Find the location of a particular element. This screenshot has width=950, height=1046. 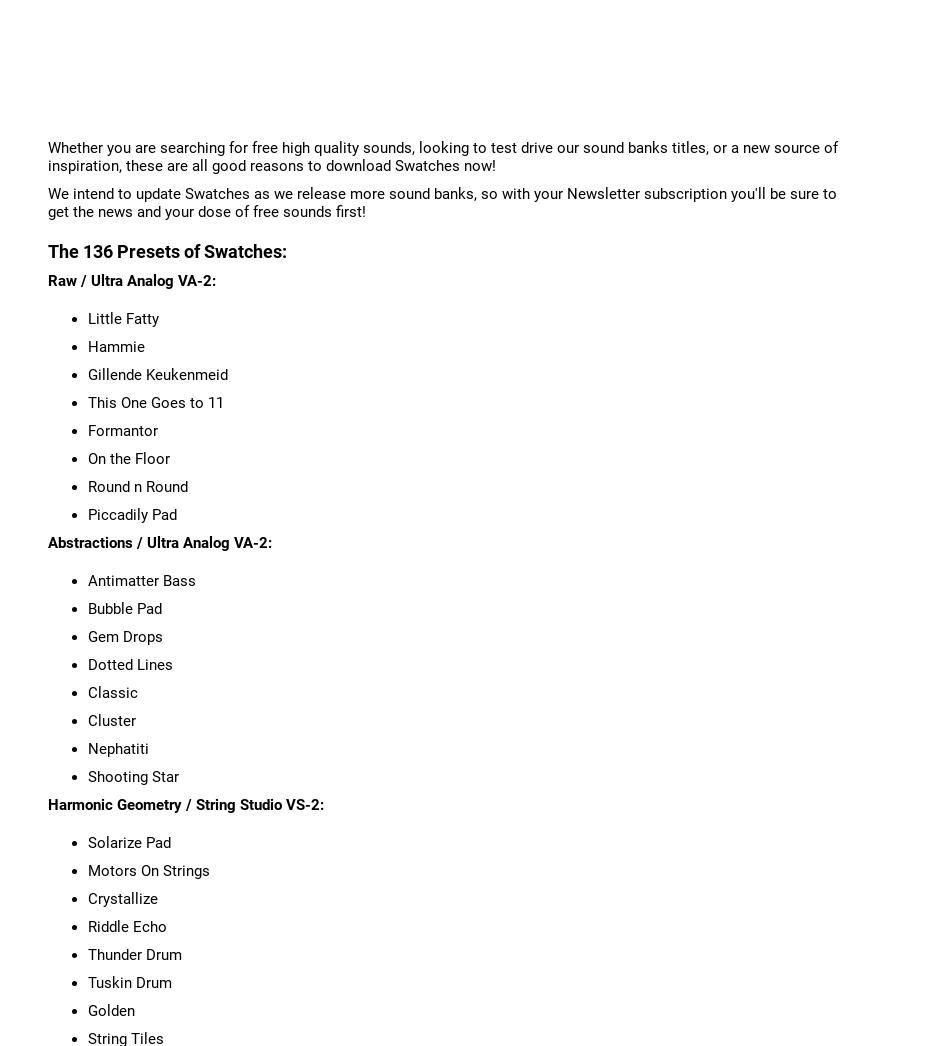

'Little Fatty' is located at coordinates (122, 316).